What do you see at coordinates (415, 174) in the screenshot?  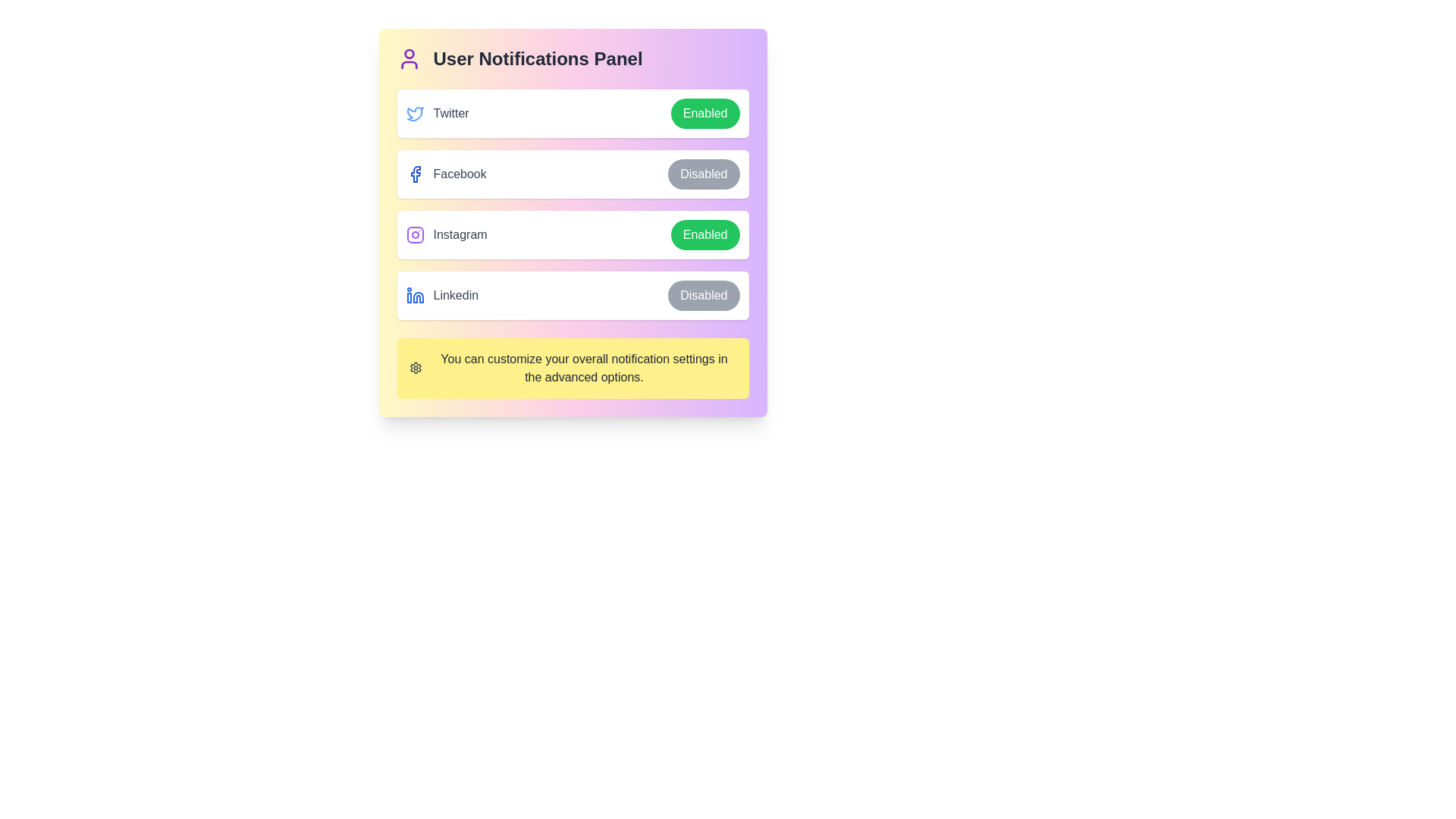 I see `the Facebook SVG icon located in the User Notifications Panel to highlight or interact with surrounding elements` at bounding box center [415, 174].